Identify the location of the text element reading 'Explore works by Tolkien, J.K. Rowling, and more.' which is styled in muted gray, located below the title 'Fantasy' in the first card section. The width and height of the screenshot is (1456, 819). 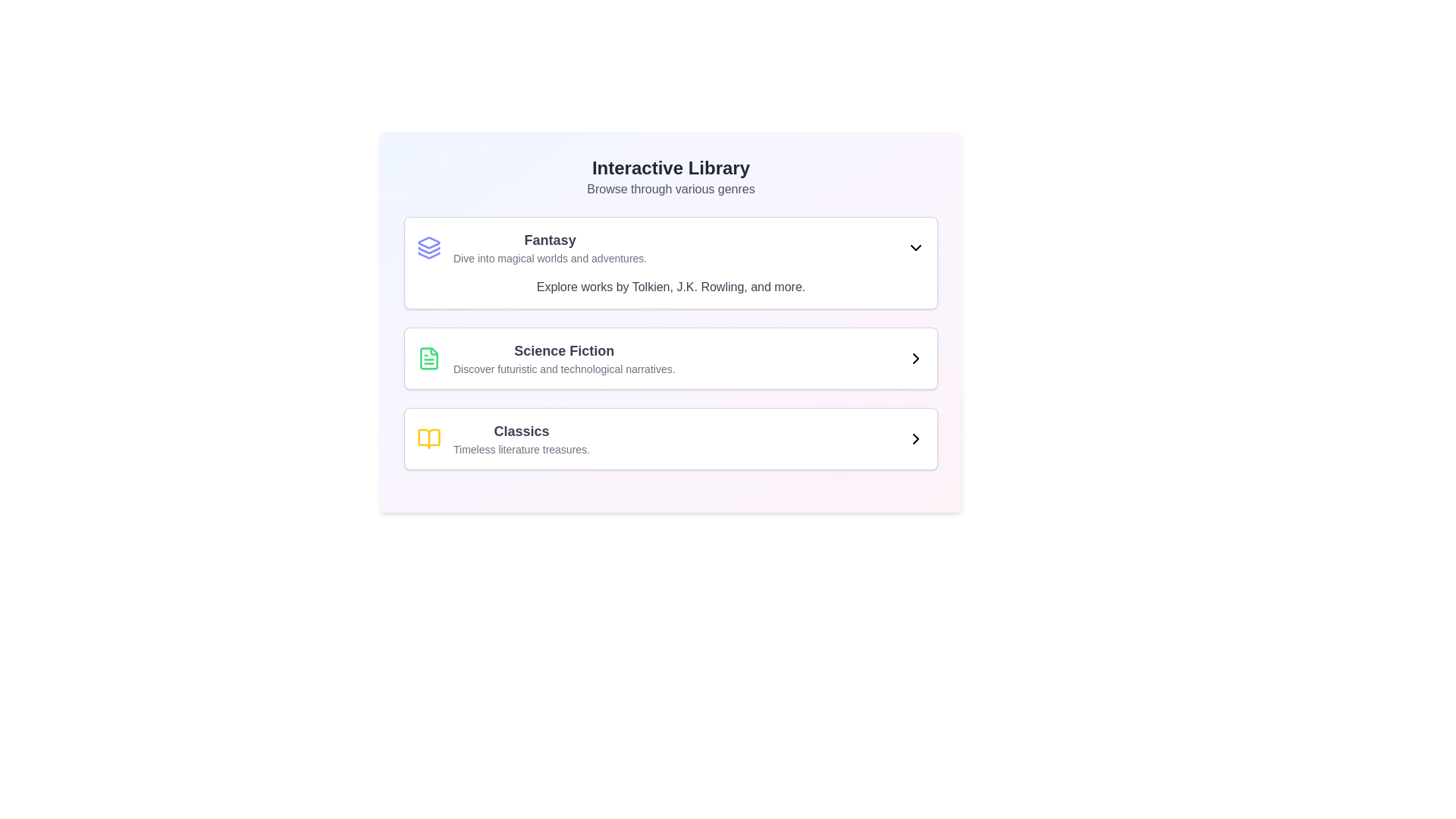
(670, 287).